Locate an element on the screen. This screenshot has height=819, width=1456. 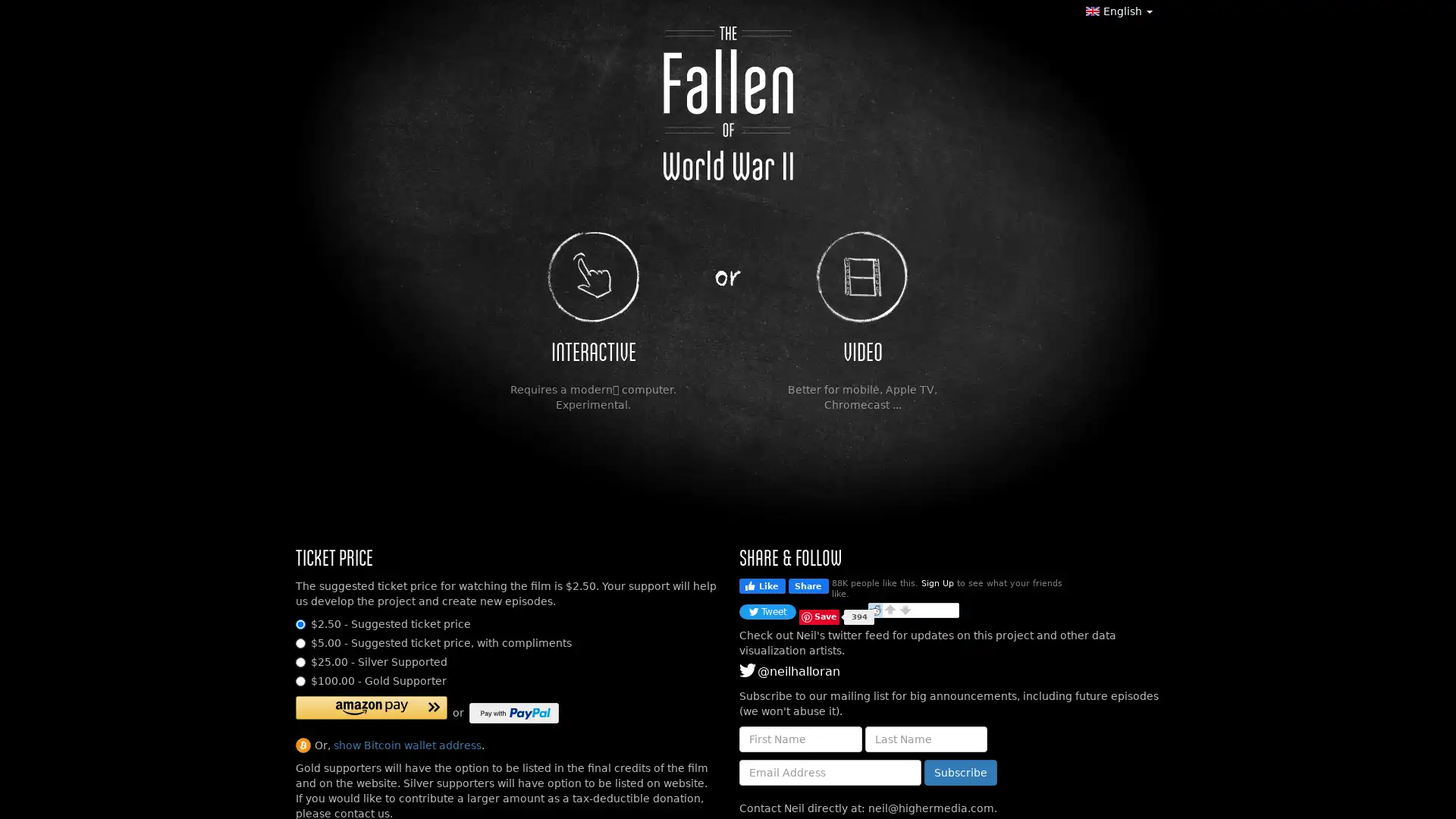
PayPal - The safer, easier way to pay online! is located at coordinates (513, 713).